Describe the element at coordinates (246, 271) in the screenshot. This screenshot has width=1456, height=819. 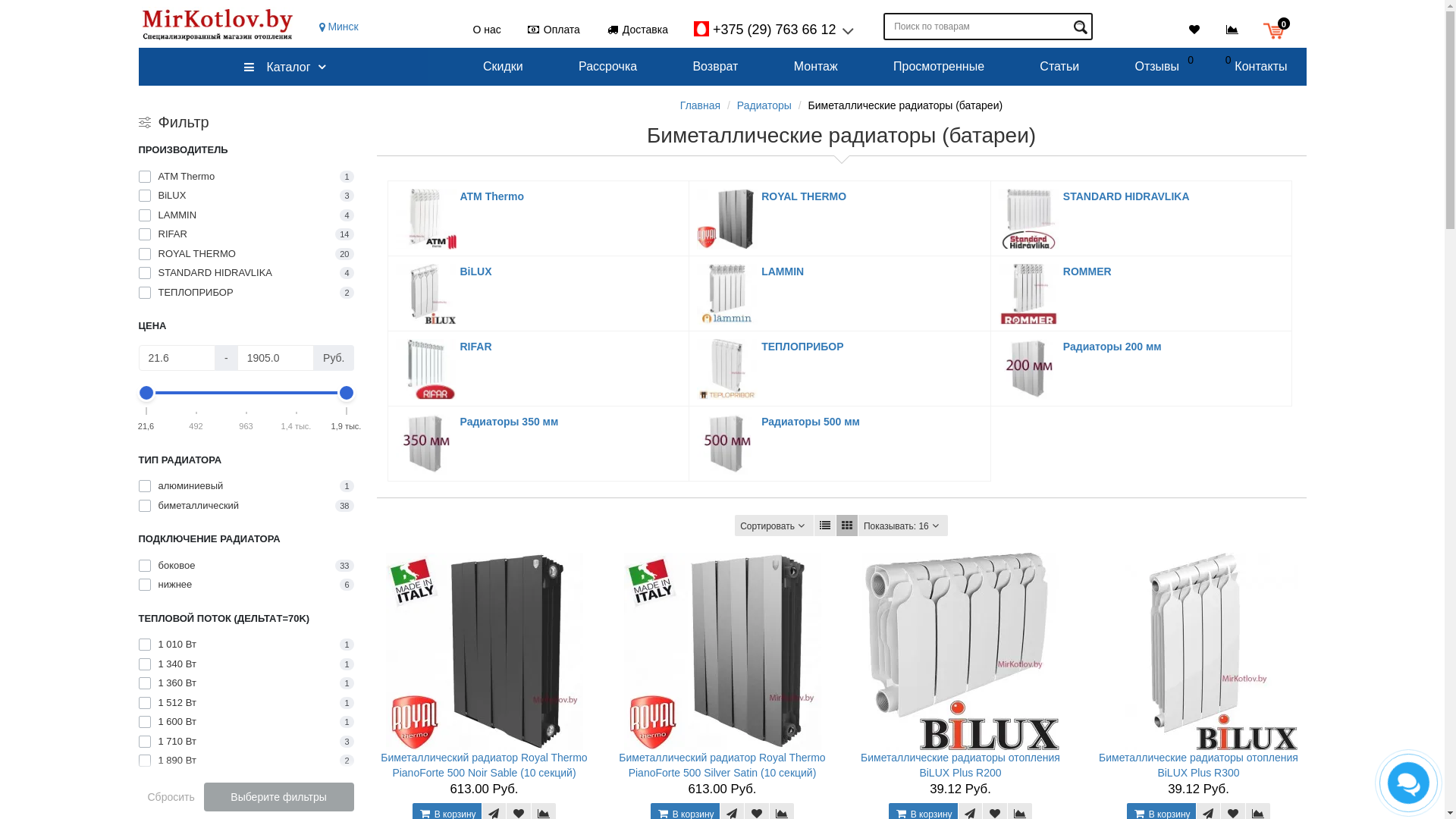
I see `'STANDARD HIDRAVLIKA` at that location.